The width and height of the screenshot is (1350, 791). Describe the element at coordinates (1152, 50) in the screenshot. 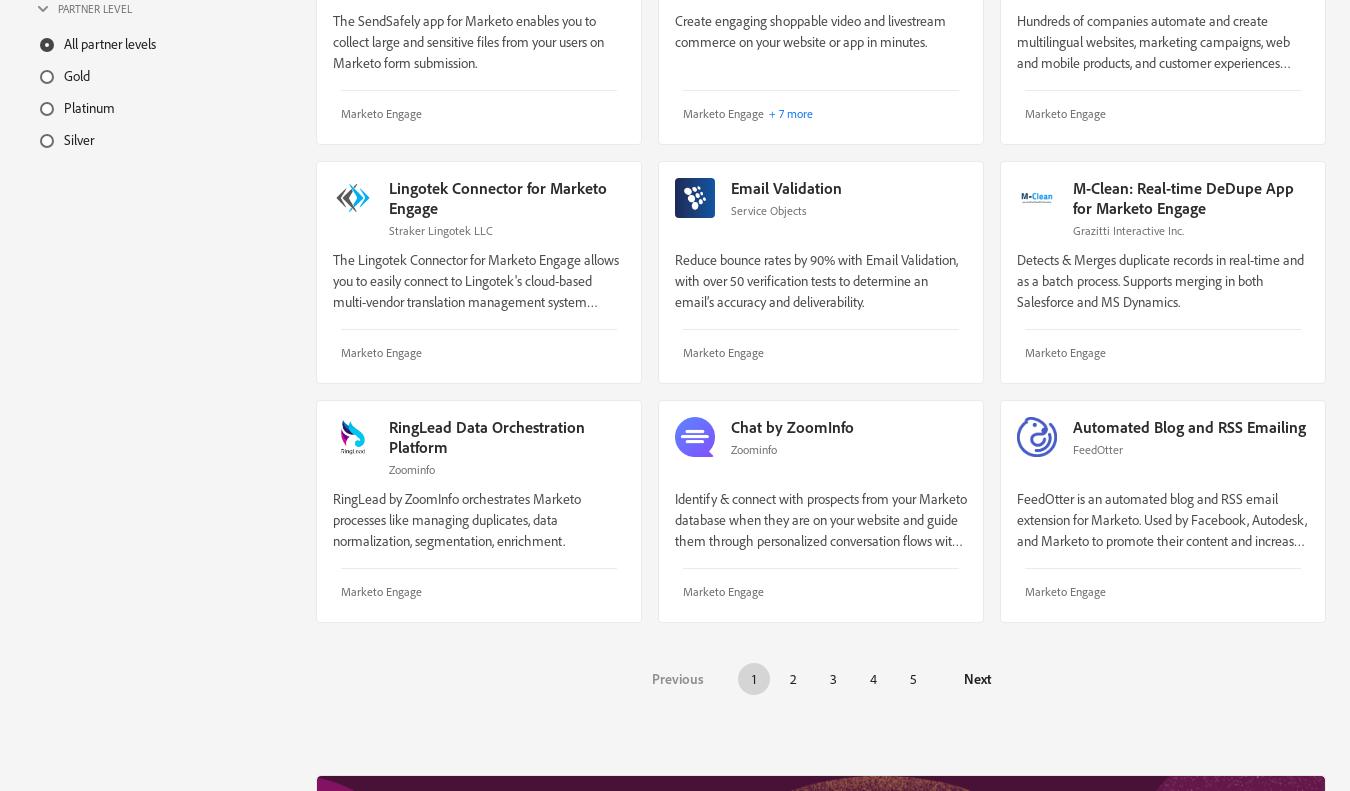

I see `'Hundreds of companies automate and create multilingual websites, marketing campaigns, web and mobile products, and customer experiences using Smartling.'` at that location.